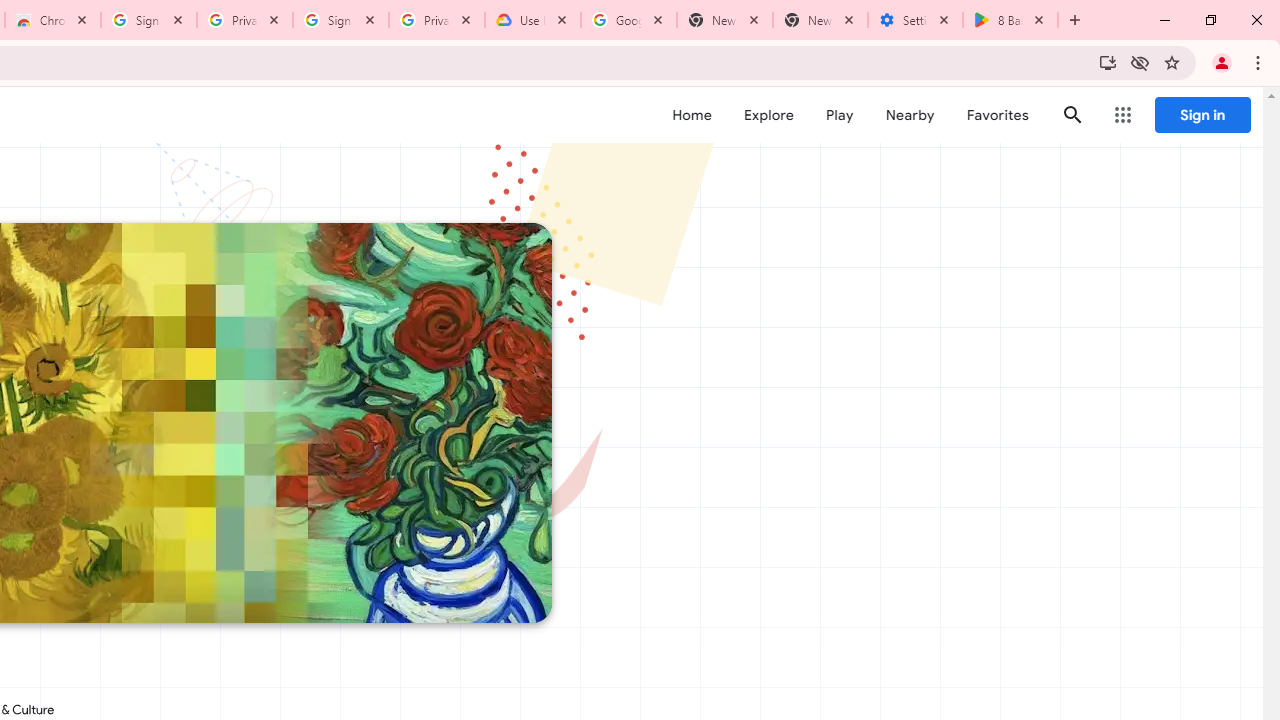 This screenshot has height=720, width=1280. What do you see at coordinates (1010, 20) in the screenshot?
I see `'8 Ball Pool - Apps on Google Play'` at bounding box center [1010, 20].